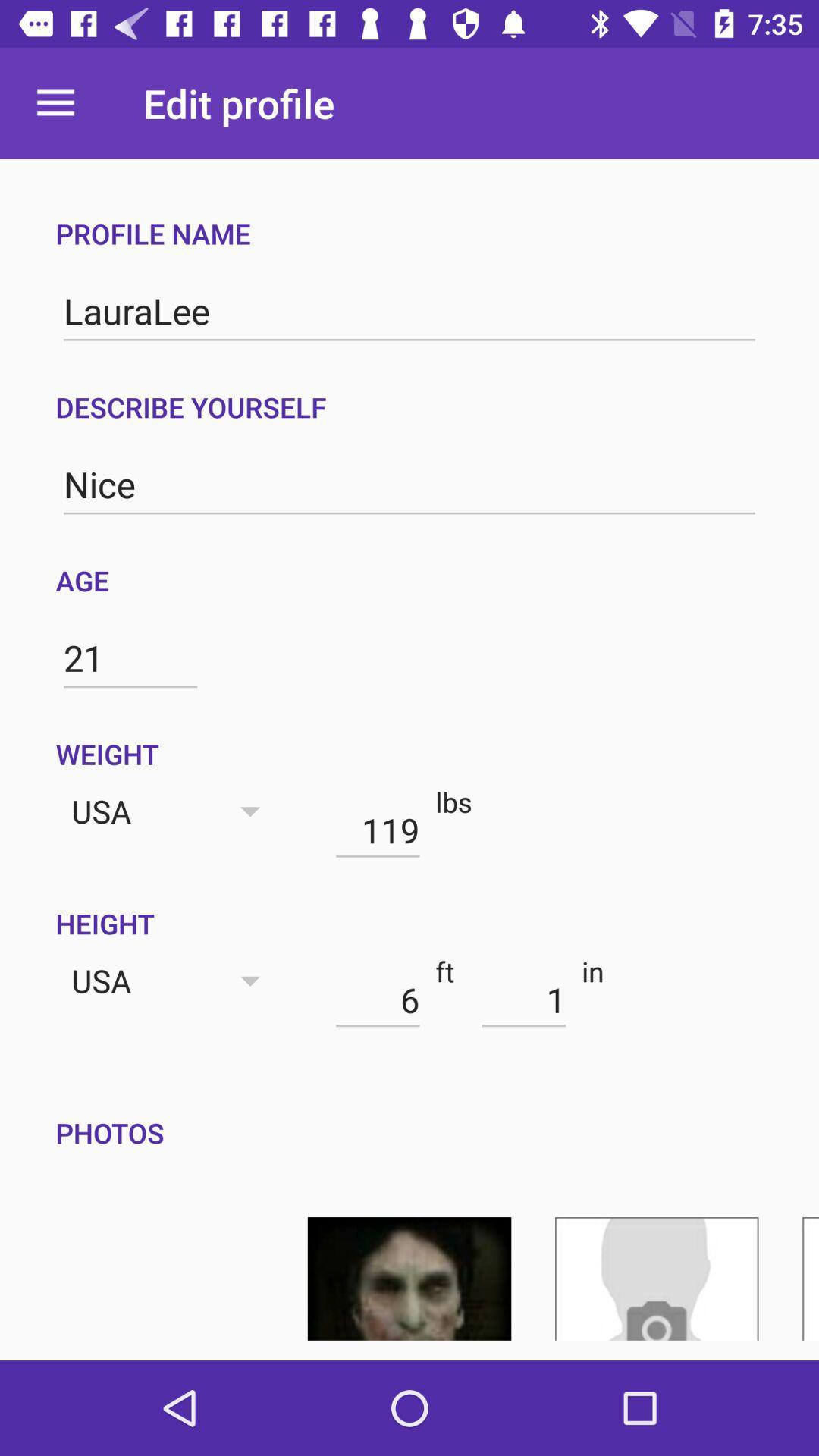 The image size is (819, 1456). Describe the element at coordinates (377, 829) in the screenshot. I see `icon to the left of the lbs` at that location.